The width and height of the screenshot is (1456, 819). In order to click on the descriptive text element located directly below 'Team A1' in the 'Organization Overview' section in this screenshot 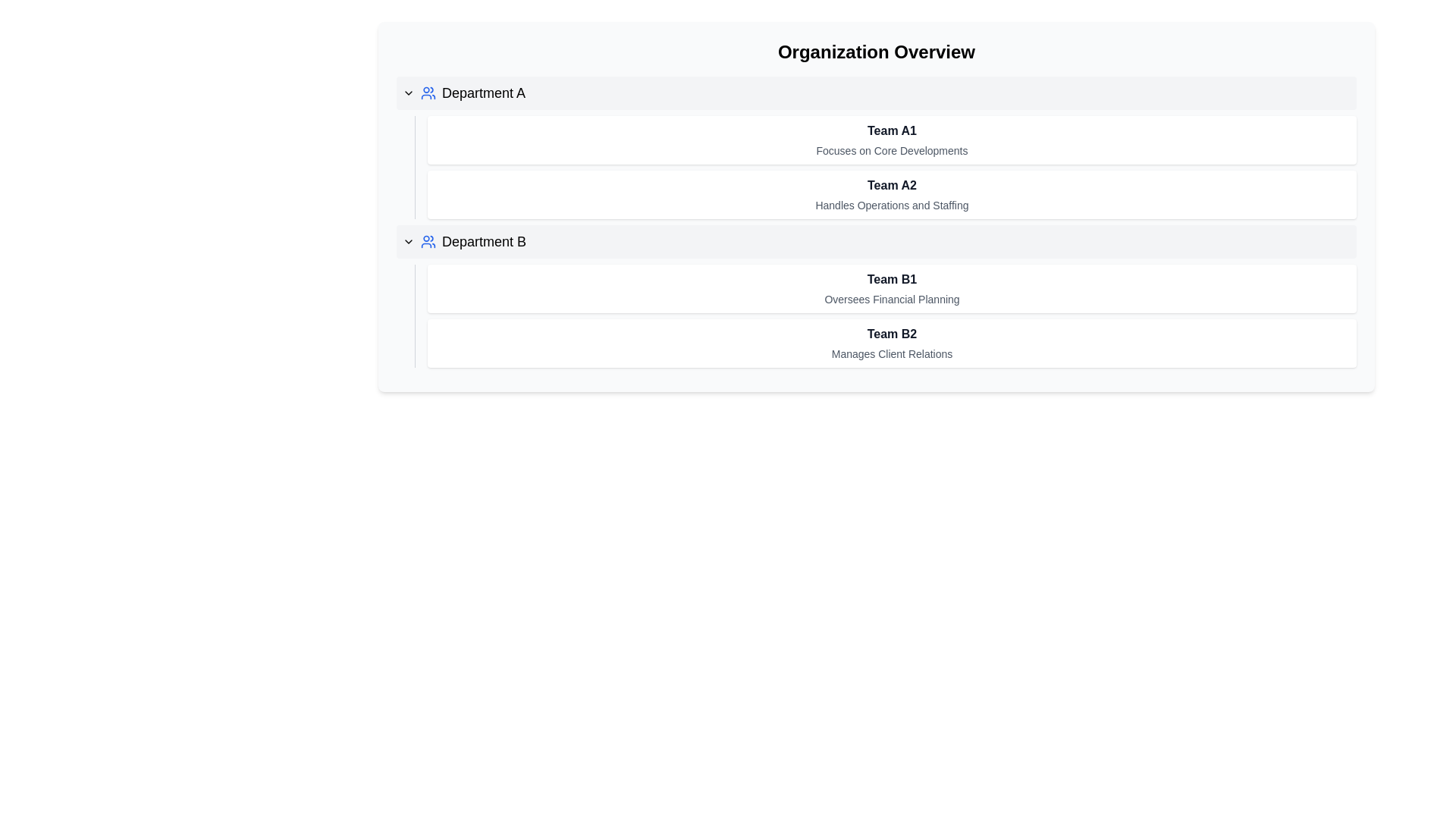, I will do `click(892, 151)`.